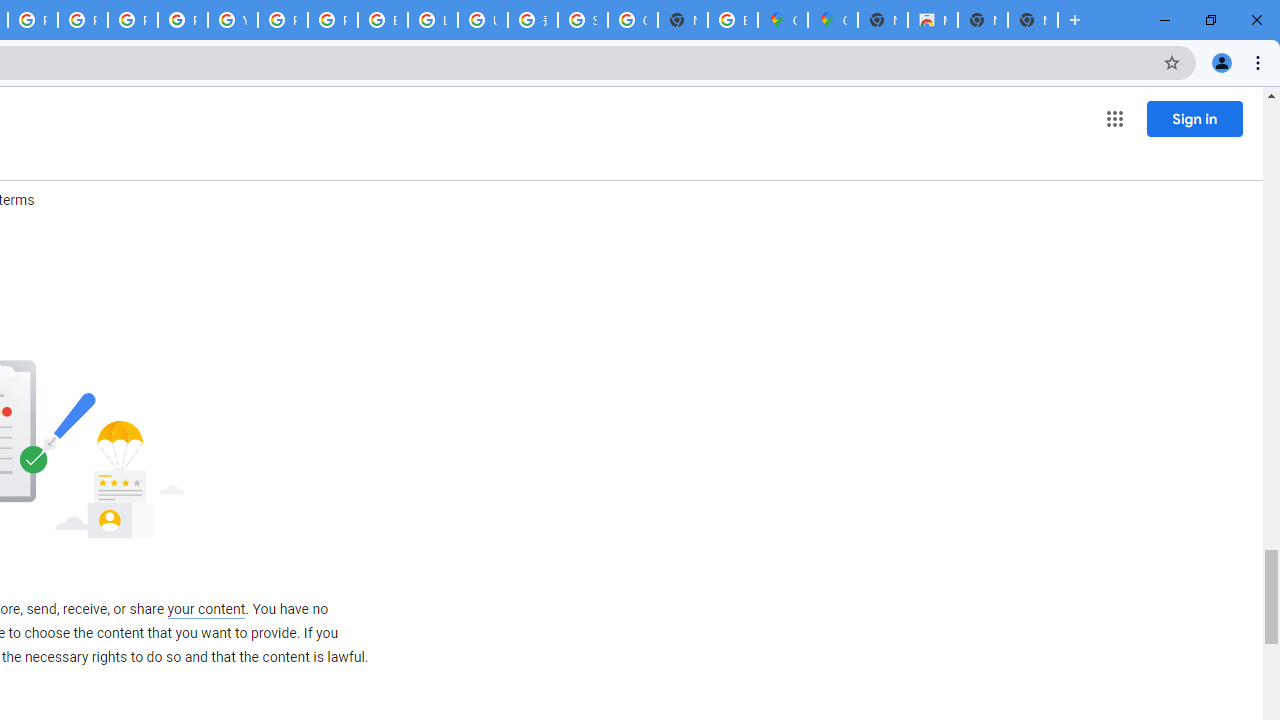 The width and height of the screenshot is (1280, 720). What do you see at coordinates (1171, 61) in the screenshot?
I see `'Bookmark this tab'` at bounding box center [1171, 61].